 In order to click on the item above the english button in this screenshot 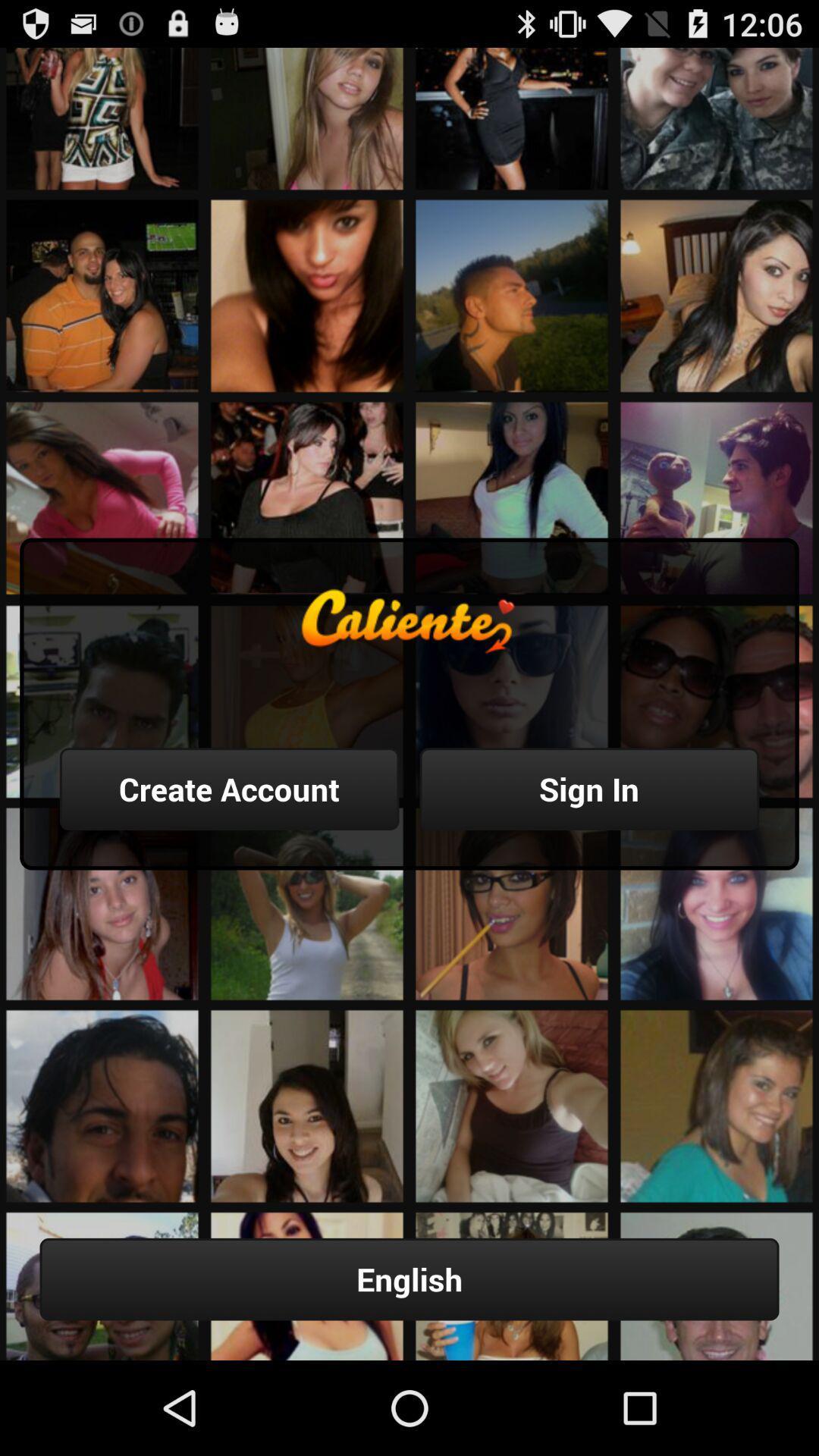, I will do `click(588, 789)`.